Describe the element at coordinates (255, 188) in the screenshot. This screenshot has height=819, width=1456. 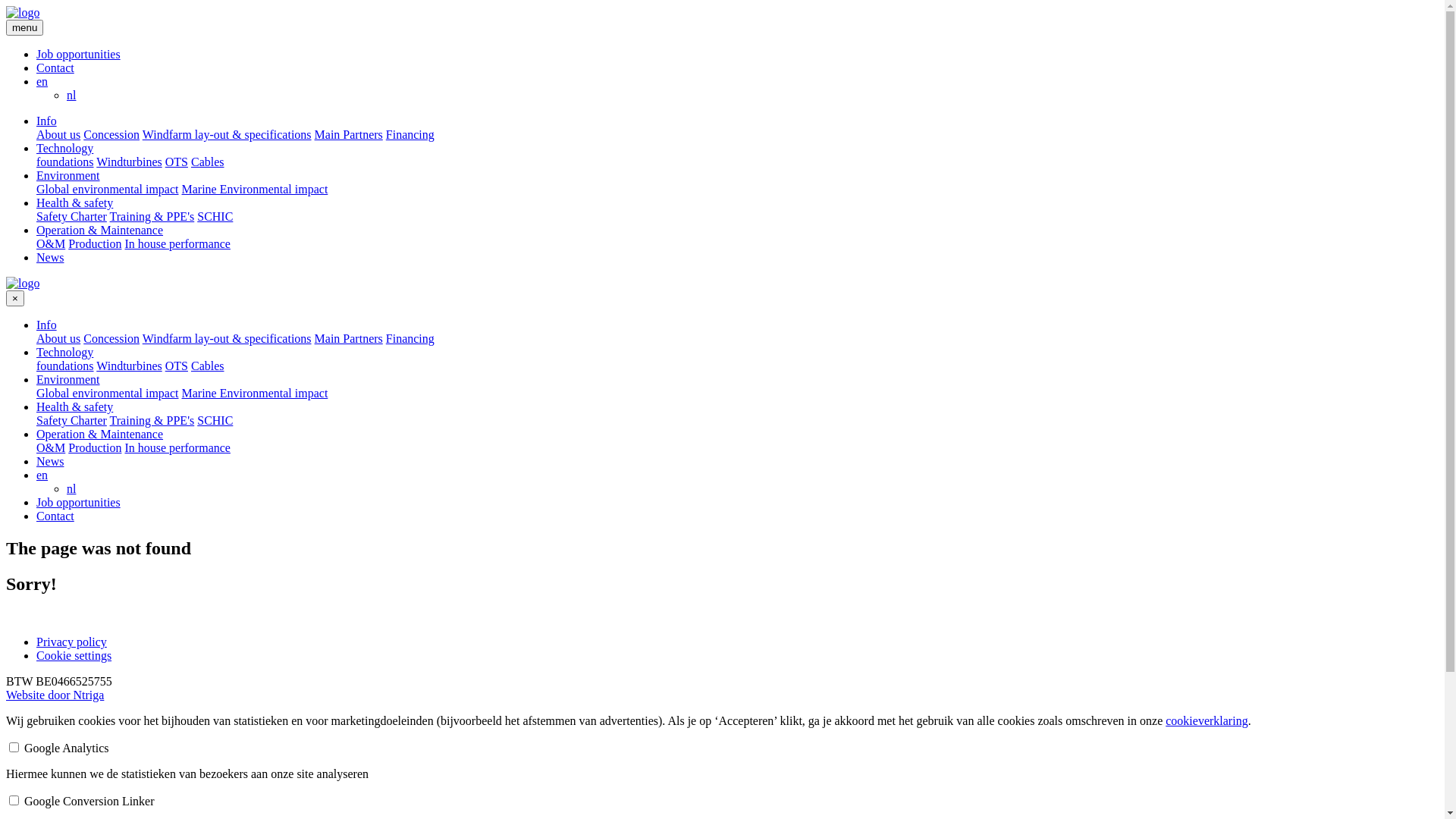
I see `'Marine Environmental impact'` at that location.